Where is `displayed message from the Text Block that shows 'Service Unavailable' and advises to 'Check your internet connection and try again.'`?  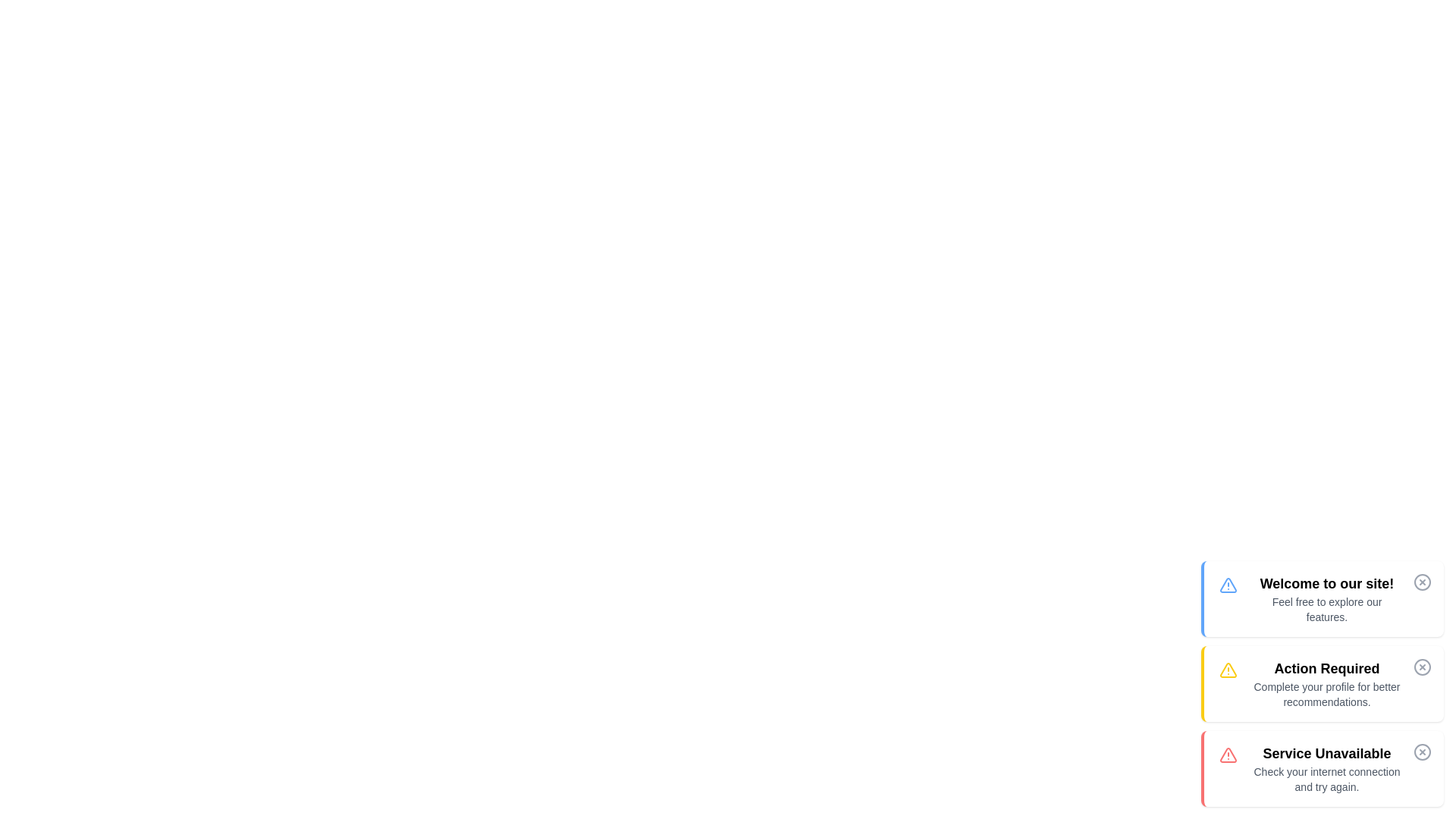
displayed message from the Text Block that shows 'Service Unavailable' and advises to 'Check your internet connection and try again.' is located at coordinates (1326, 769).